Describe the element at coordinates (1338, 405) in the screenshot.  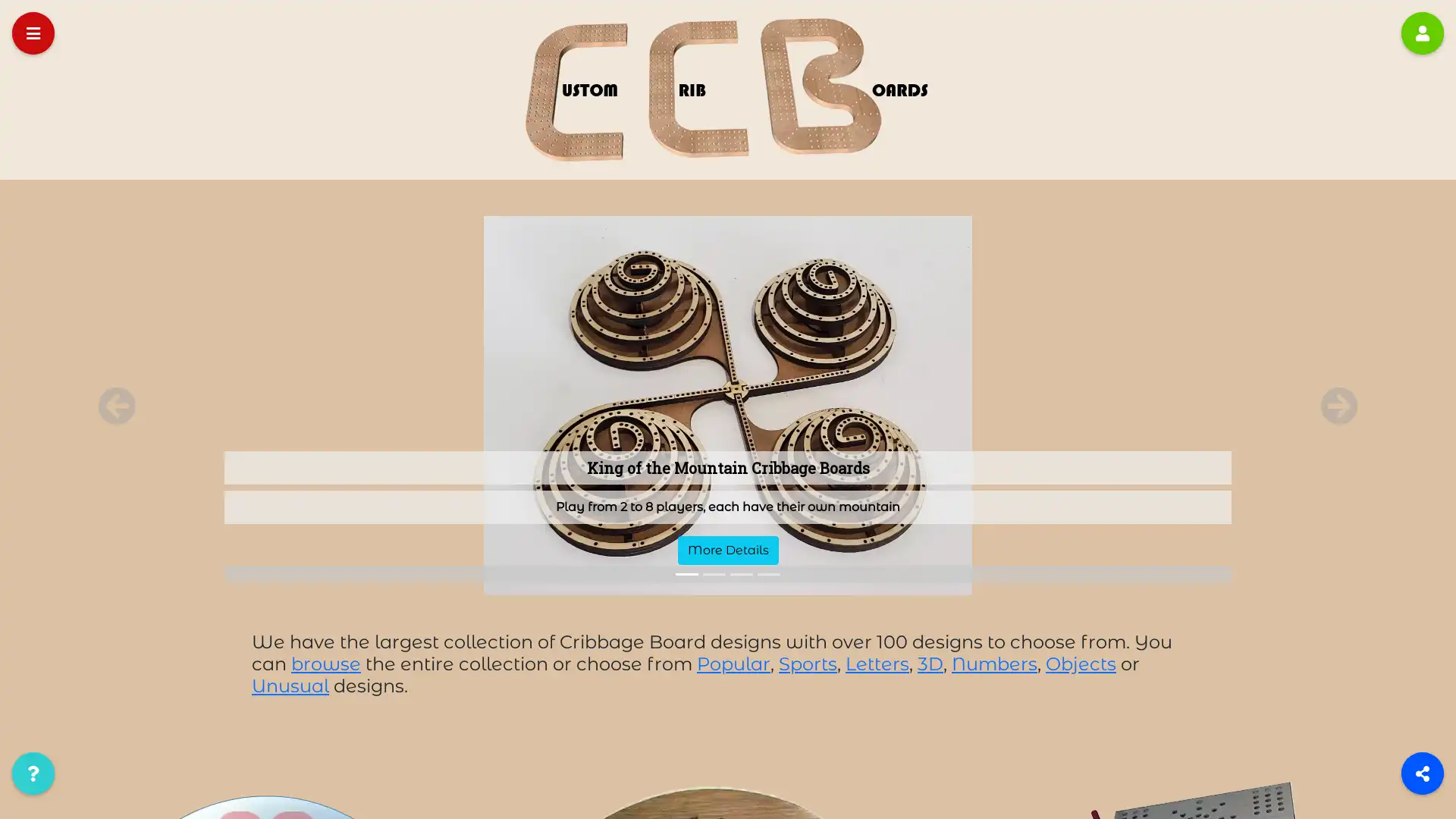
I see `Next` at that location.